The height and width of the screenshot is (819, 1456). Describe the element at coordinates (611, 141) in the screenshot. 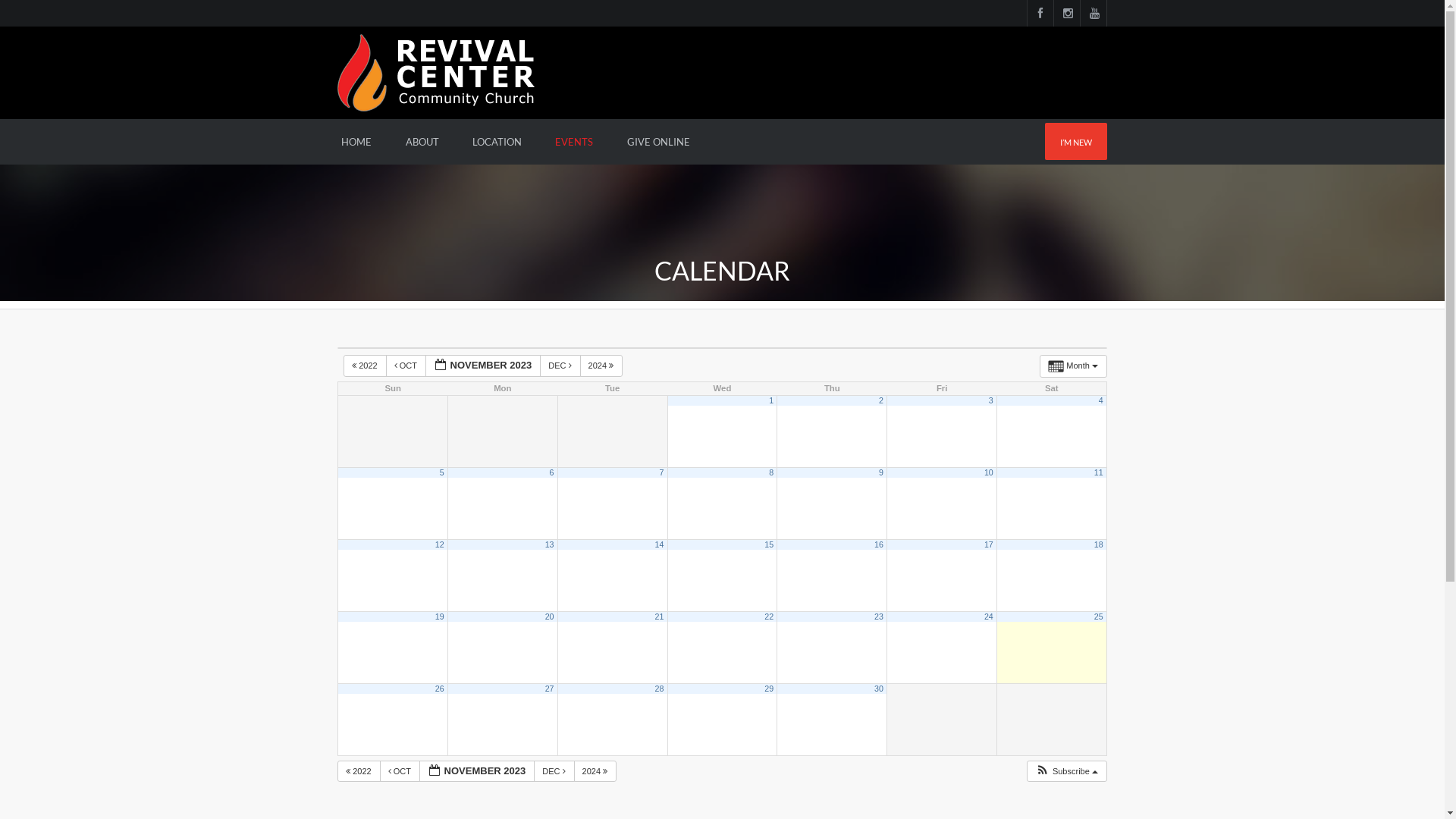

I see `'GIVE ONLINE'` at that location.